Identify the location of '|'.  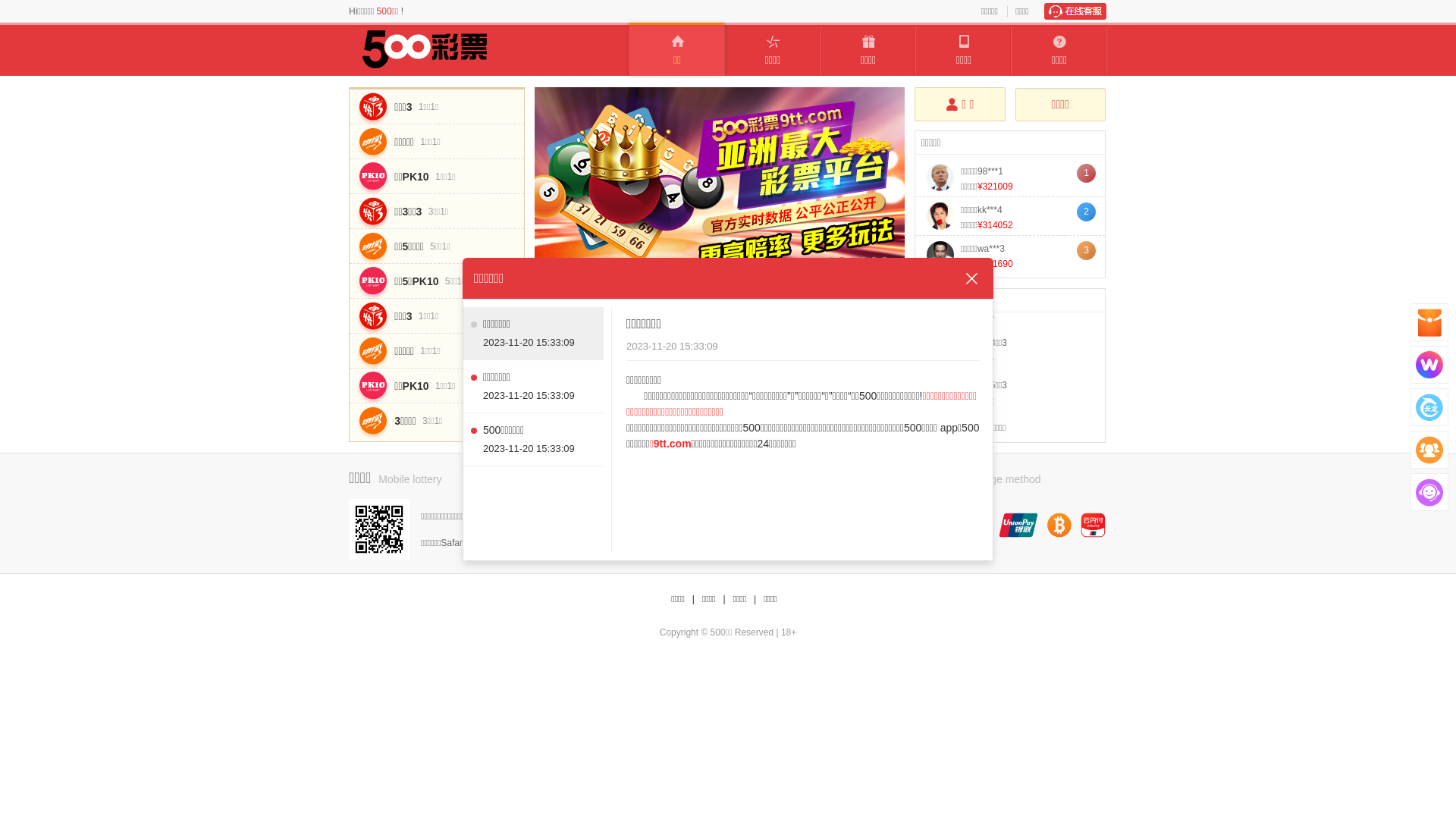
(692, 598).